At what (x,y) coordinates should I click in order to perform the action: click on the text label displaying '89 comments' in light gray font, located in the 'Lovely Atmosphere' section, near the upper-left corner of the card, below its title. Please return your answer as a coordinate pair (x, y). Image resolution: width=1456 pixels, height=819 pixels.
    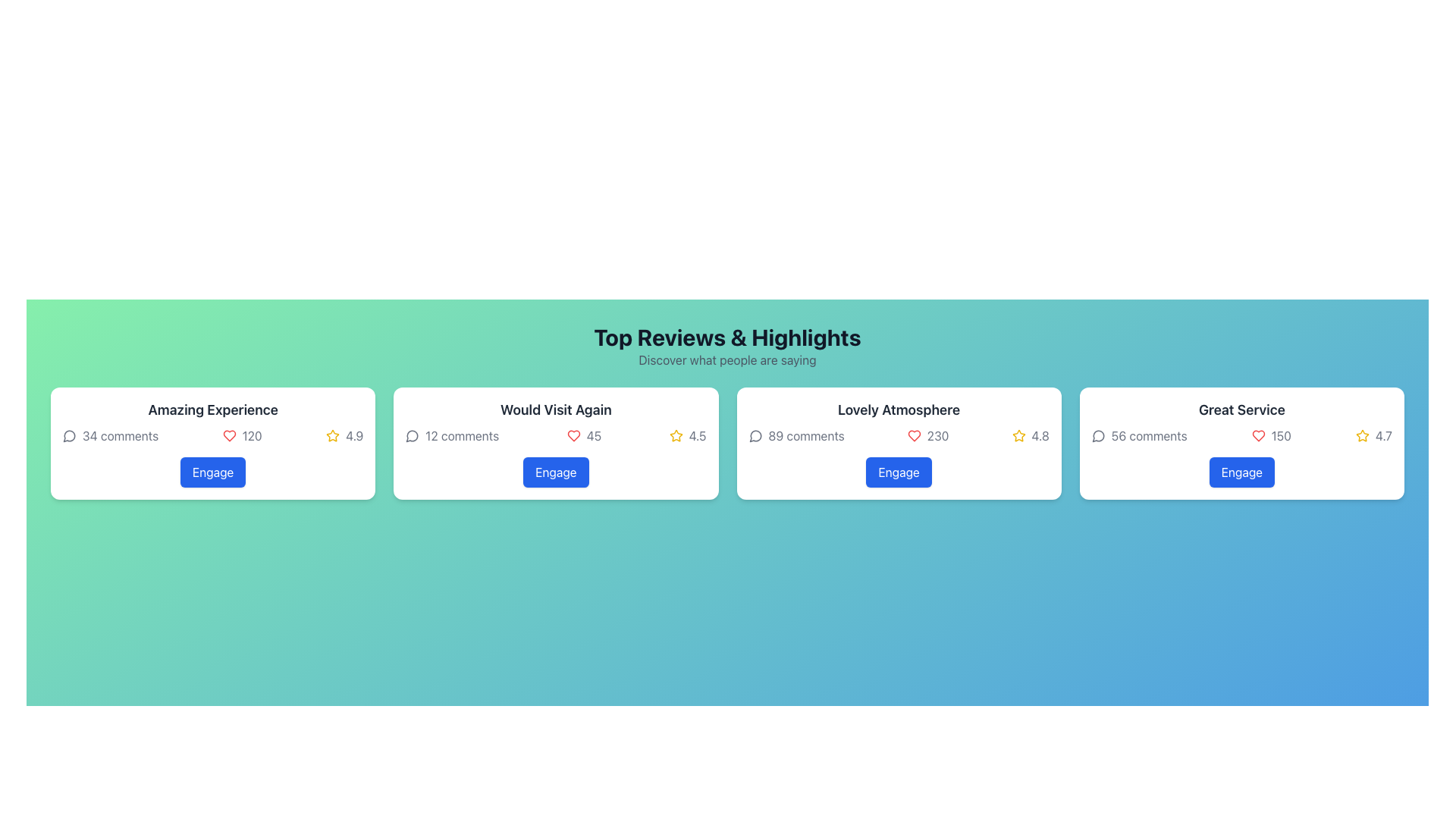
    Looking at the image, I should click on (805, 435).